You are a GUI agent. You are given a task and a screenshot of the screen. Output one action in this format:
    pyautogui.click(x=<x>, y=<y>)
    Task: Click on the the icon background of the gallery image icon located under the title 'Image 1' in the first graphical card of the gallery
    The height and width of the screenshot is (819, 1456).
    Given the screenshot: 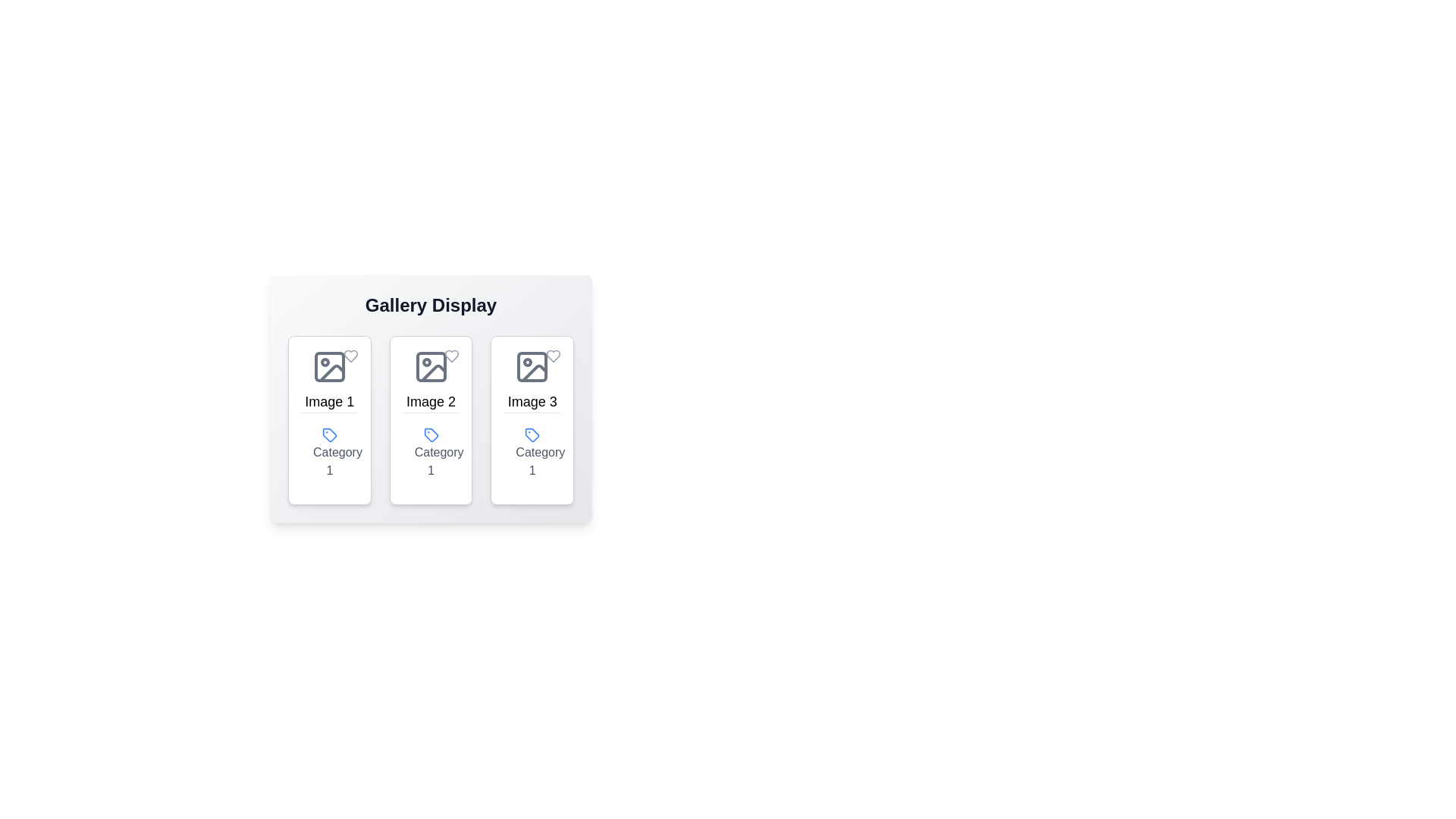 What is the action you would take?
    pyautogui.click(x=328, y=366)
    